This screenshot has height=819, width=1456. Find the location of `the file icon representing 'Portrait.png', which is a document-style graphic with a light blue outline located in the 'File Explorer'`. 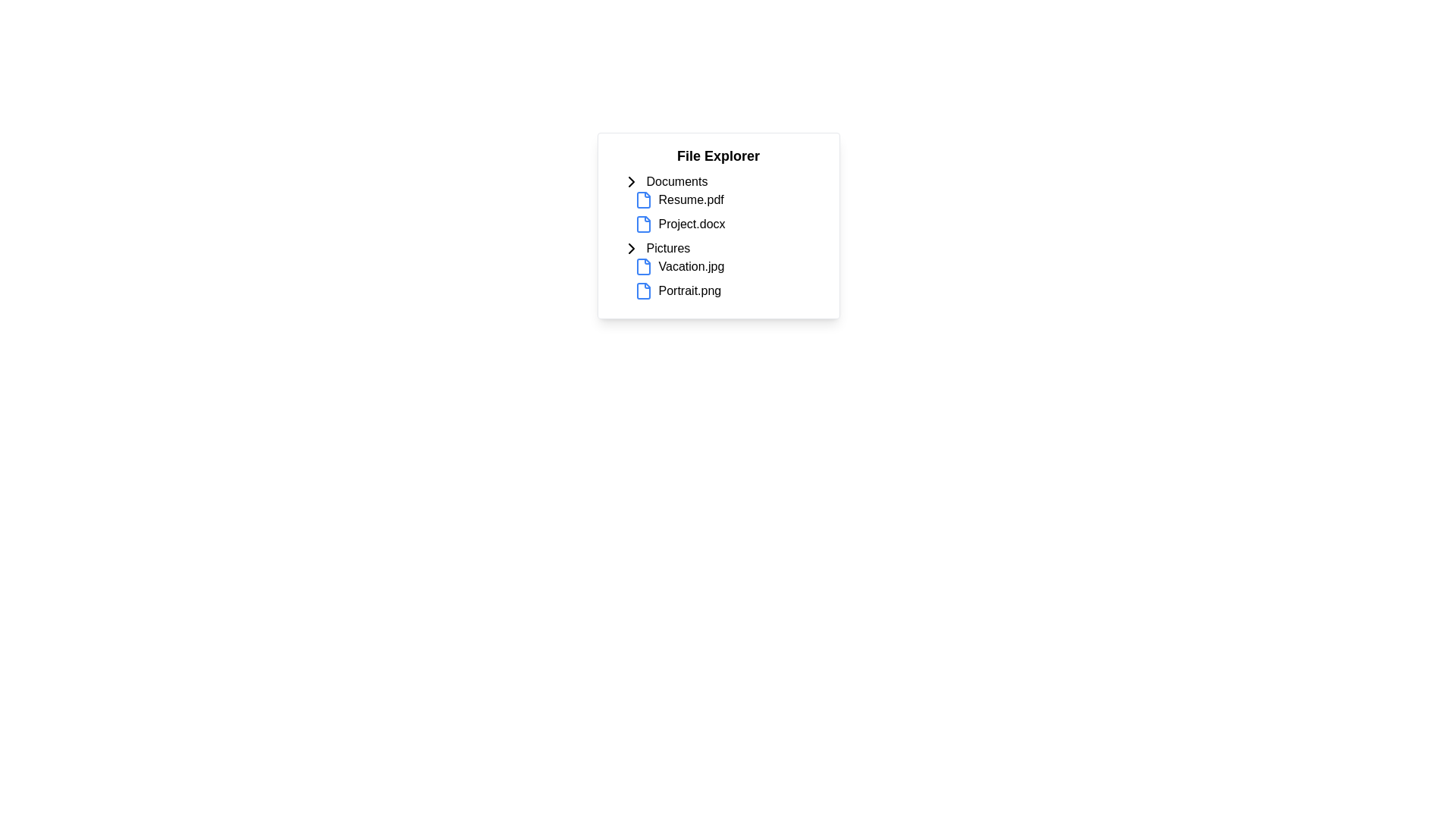

the file icon representing 'Portrait.png', which is a document-style graphic with a light blue outline located in the 'File Explorer' is located at coordinates (643, 291).